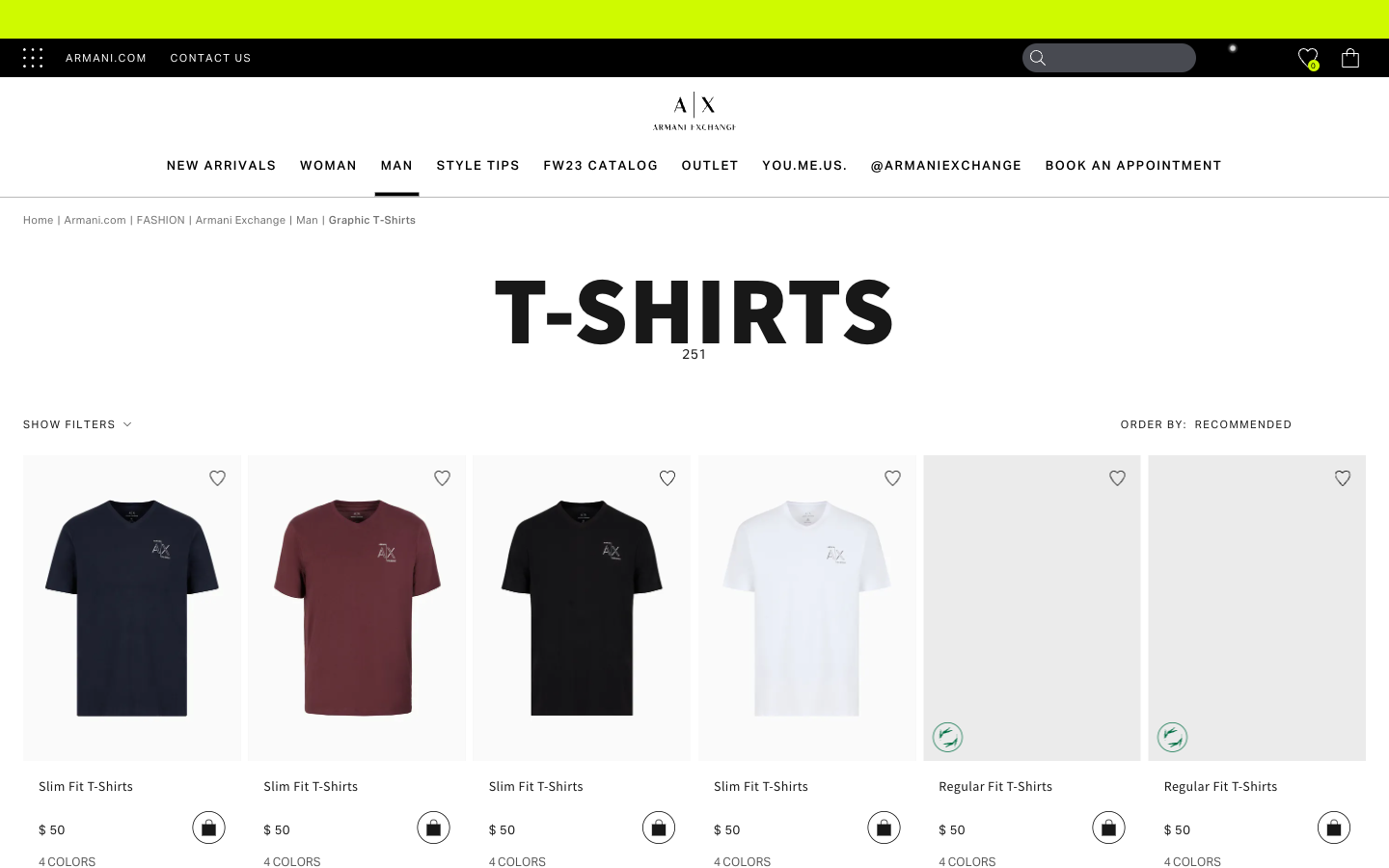  Describe the element at coordinates (516, 860) in the screenshot. I see `Opt for a new color for the third T-shirt starting from the left` at that location.